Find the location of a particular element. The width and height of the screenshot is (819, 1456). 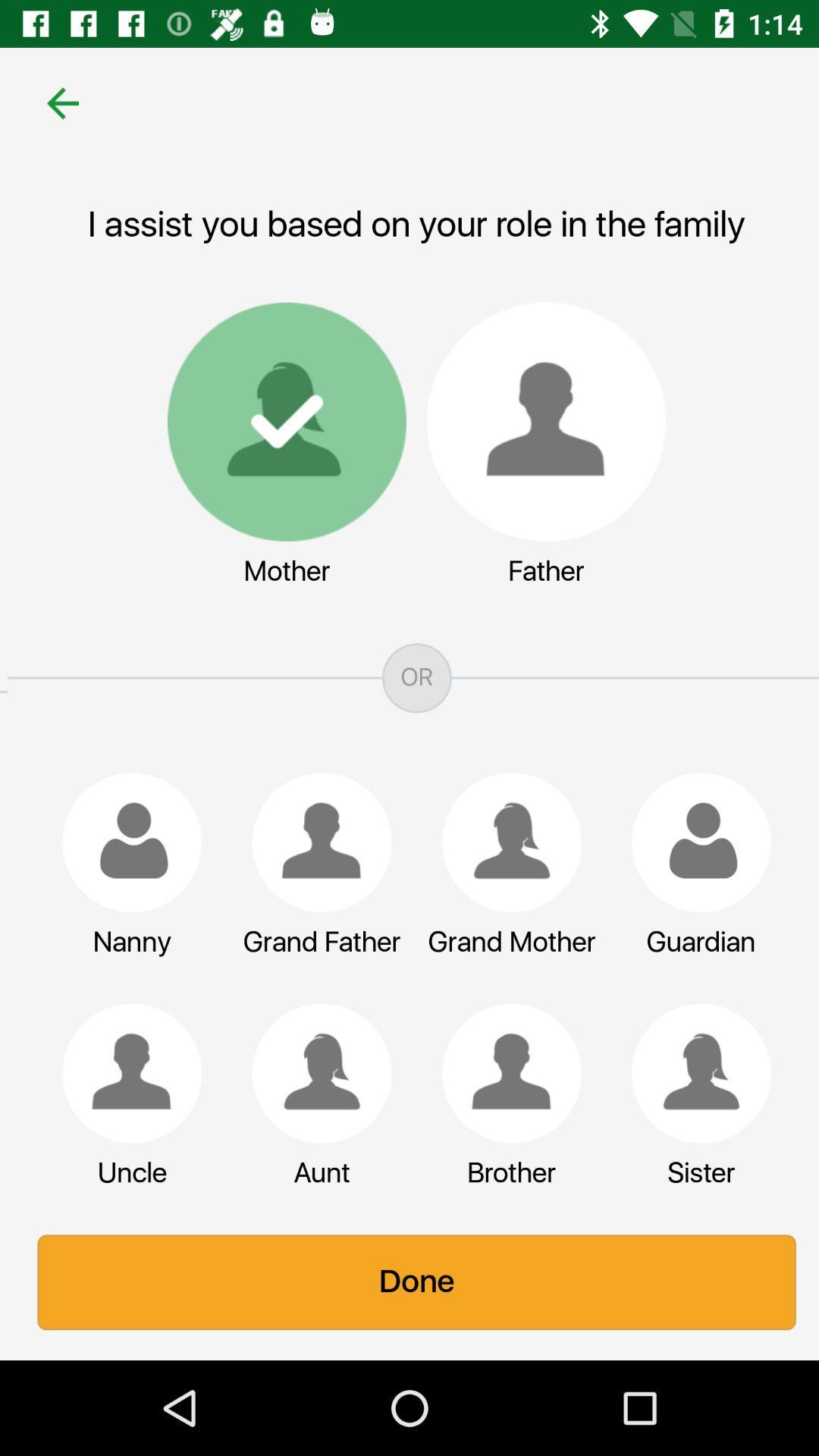

grand father is located at coordinates (314, 842).